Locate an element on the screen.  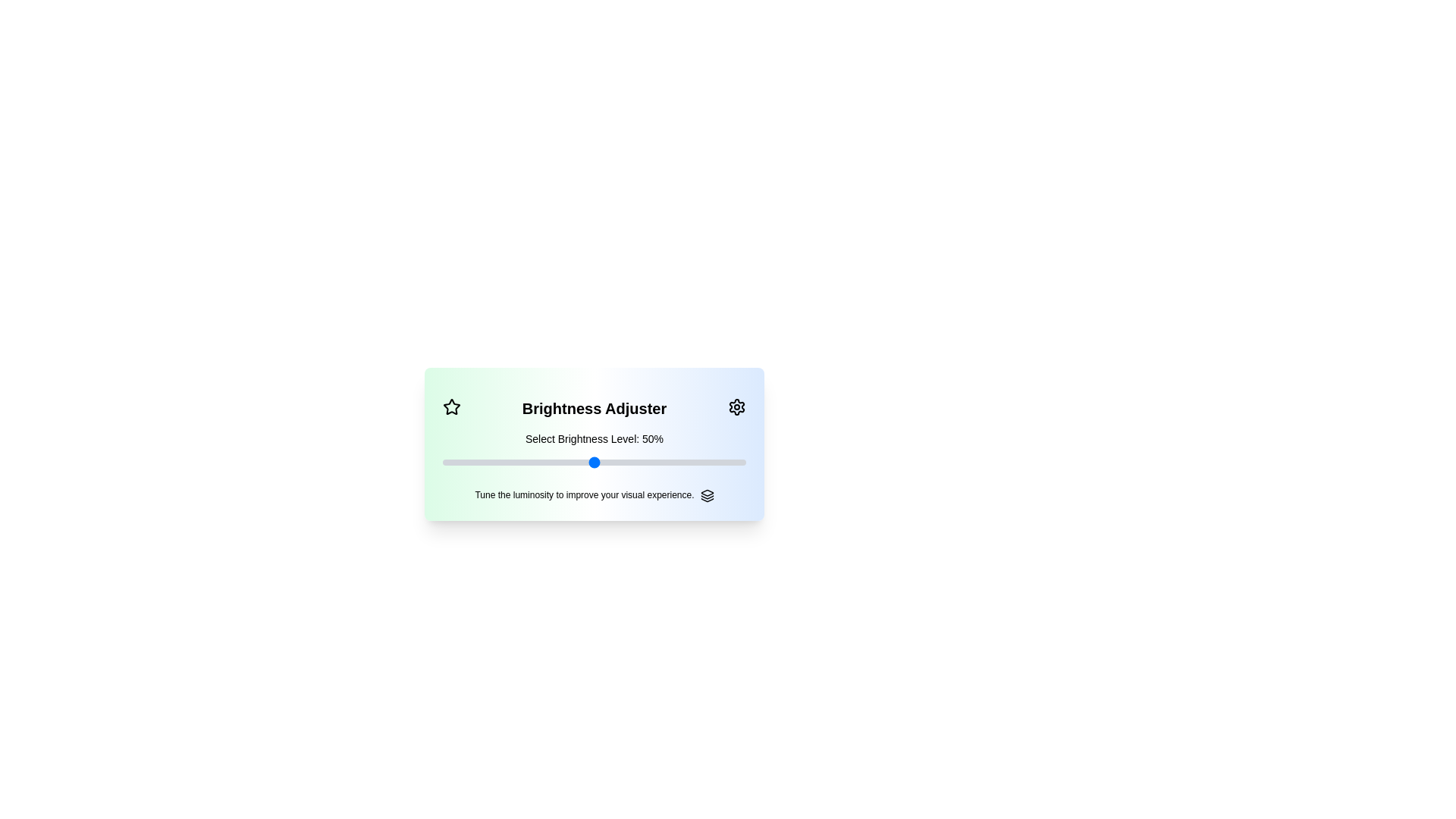
the slider to set brightness to 19% is located at coordinates (442, 461).